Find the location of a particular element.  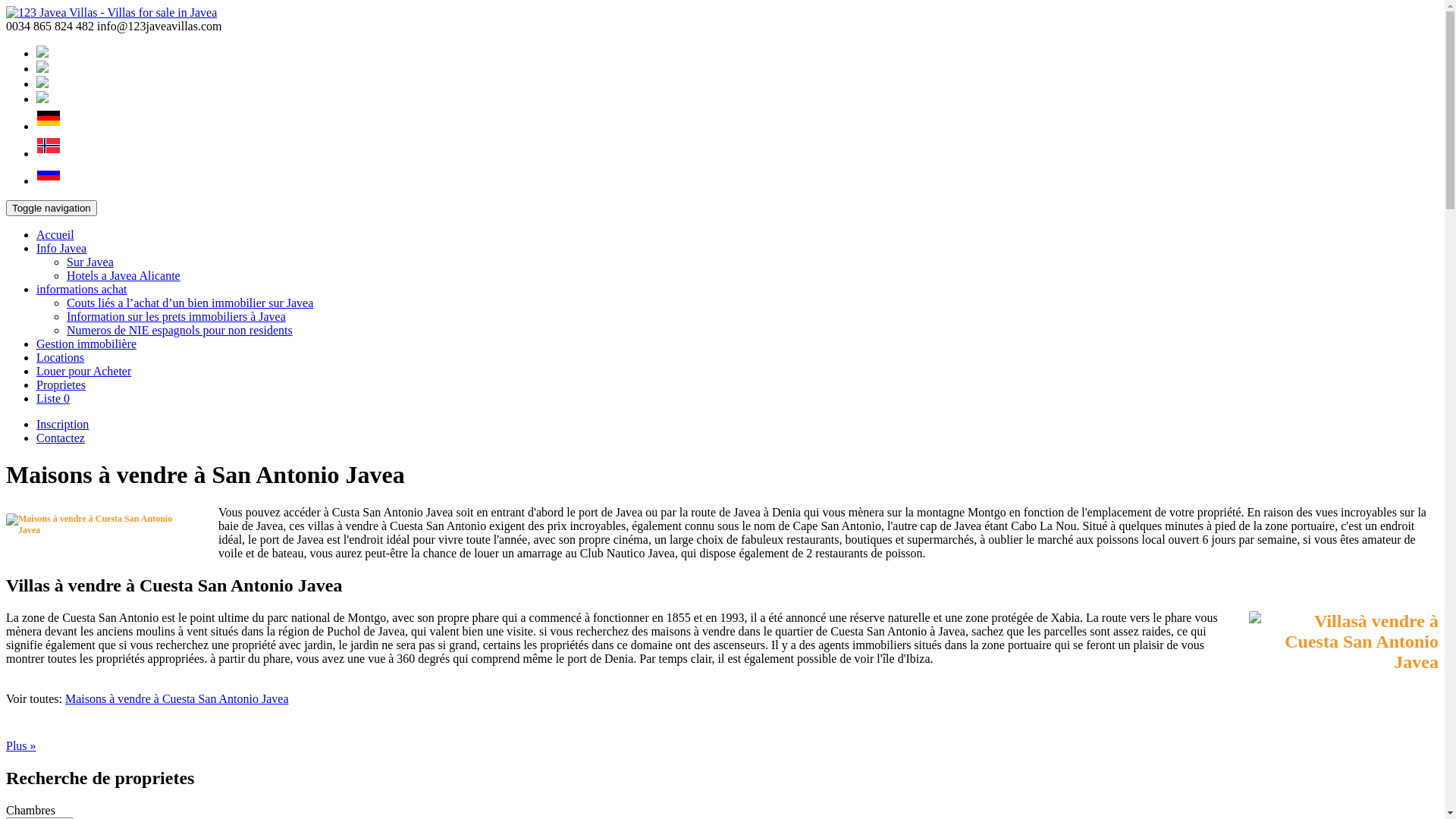

'Accueil' is located at coordinates (55, 234).